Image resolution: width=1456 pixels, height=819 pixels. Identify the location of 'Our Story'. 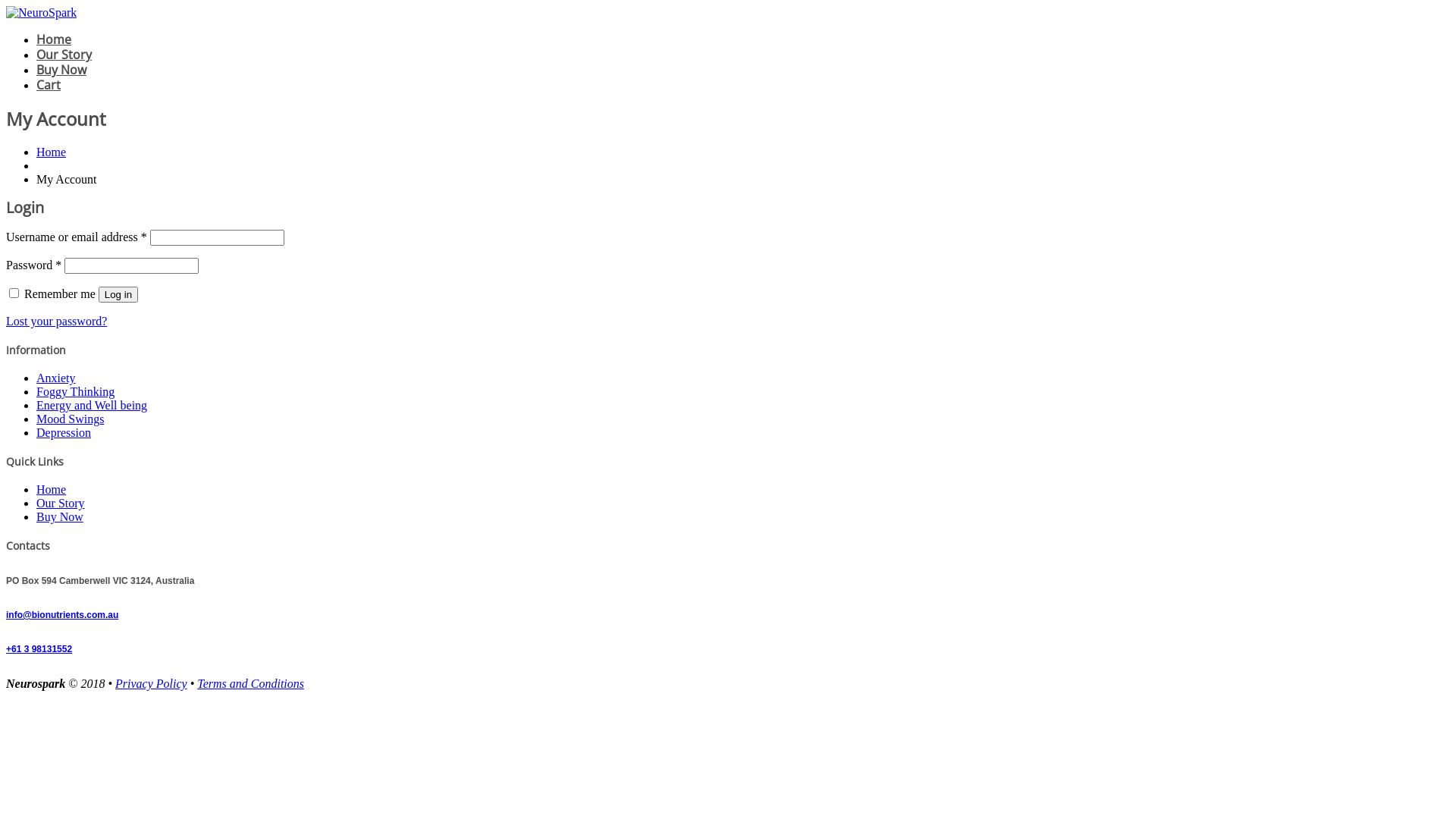
(61, 503).